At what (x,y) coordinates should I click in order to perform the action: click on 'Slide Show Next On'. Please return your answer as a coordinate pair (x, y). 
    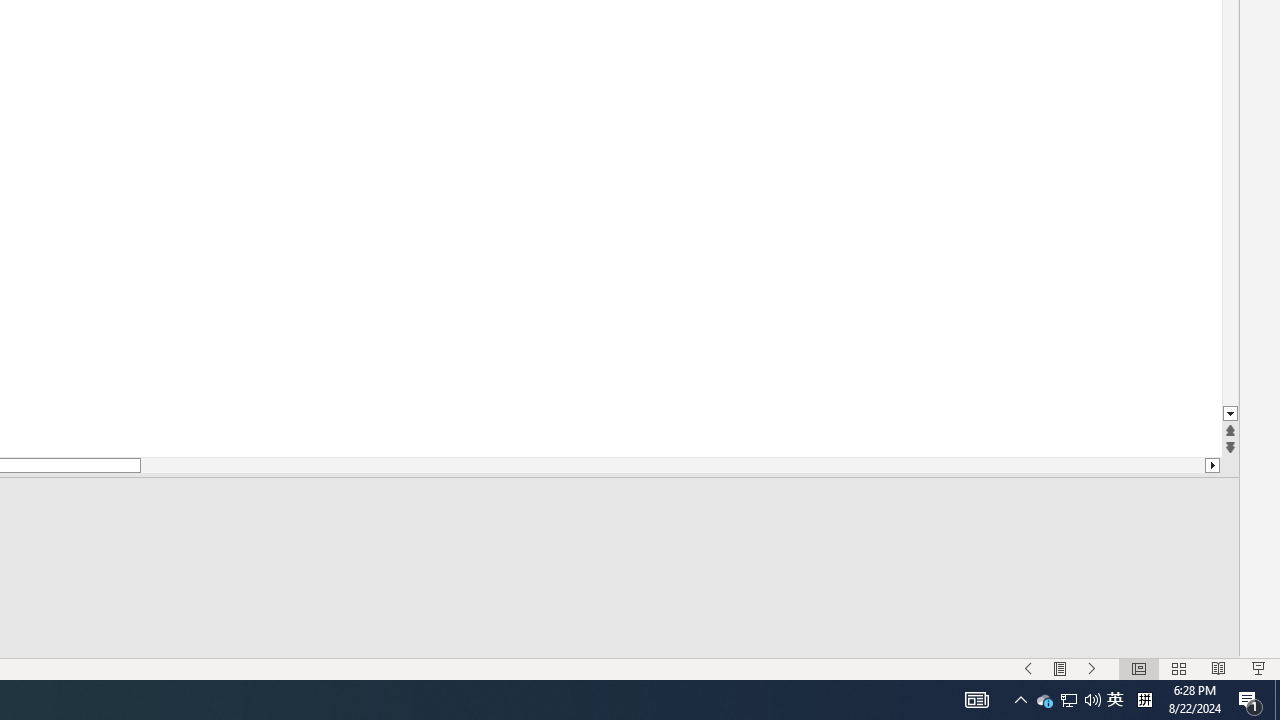
    Looking at the image, I should click on (1059, 669).